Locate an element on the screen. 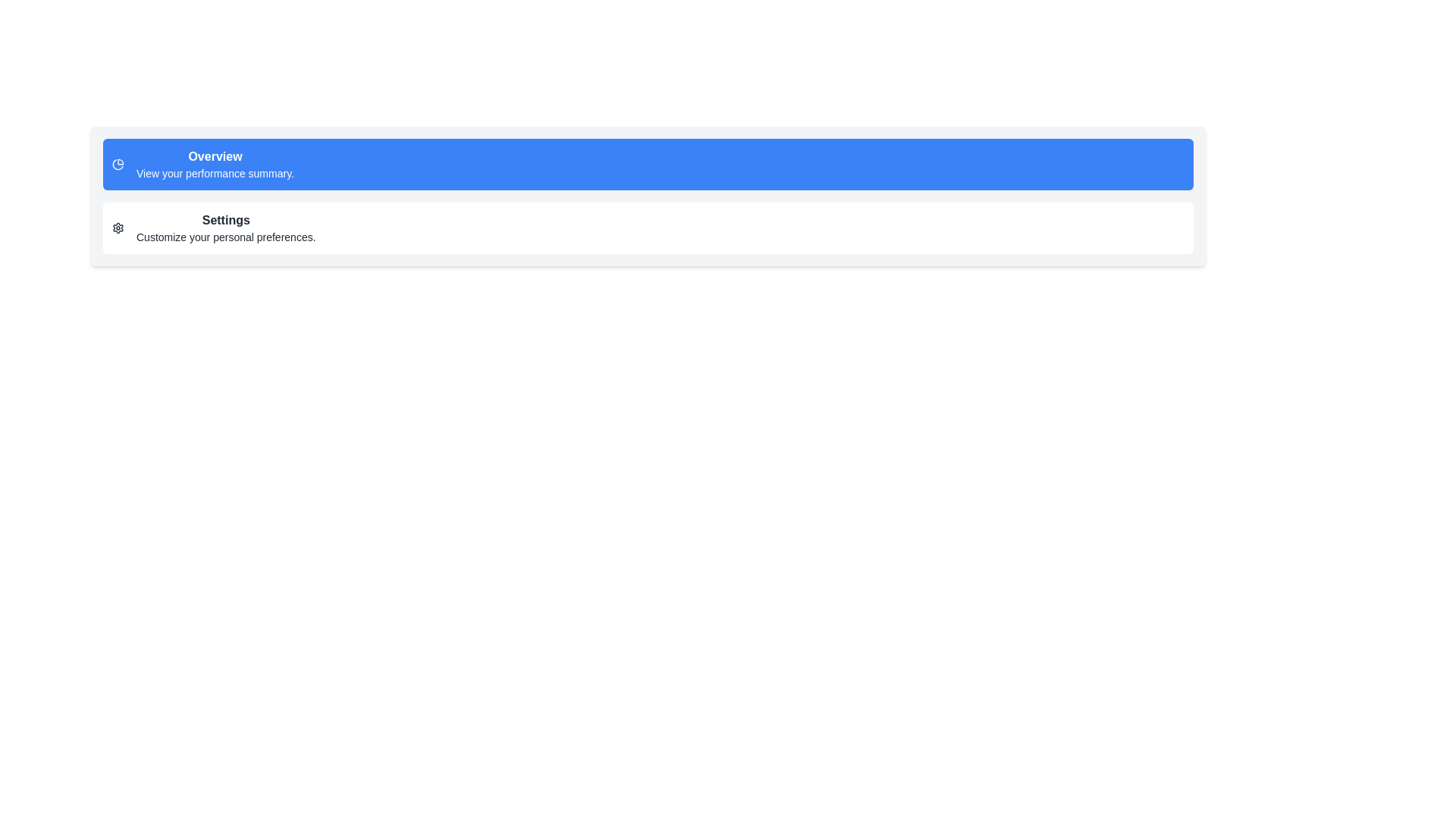 The height and width of the screenshot is (819, 1456). the top button in the vertical stack that leads to a performance data summary is located at coordinates (648, 164).